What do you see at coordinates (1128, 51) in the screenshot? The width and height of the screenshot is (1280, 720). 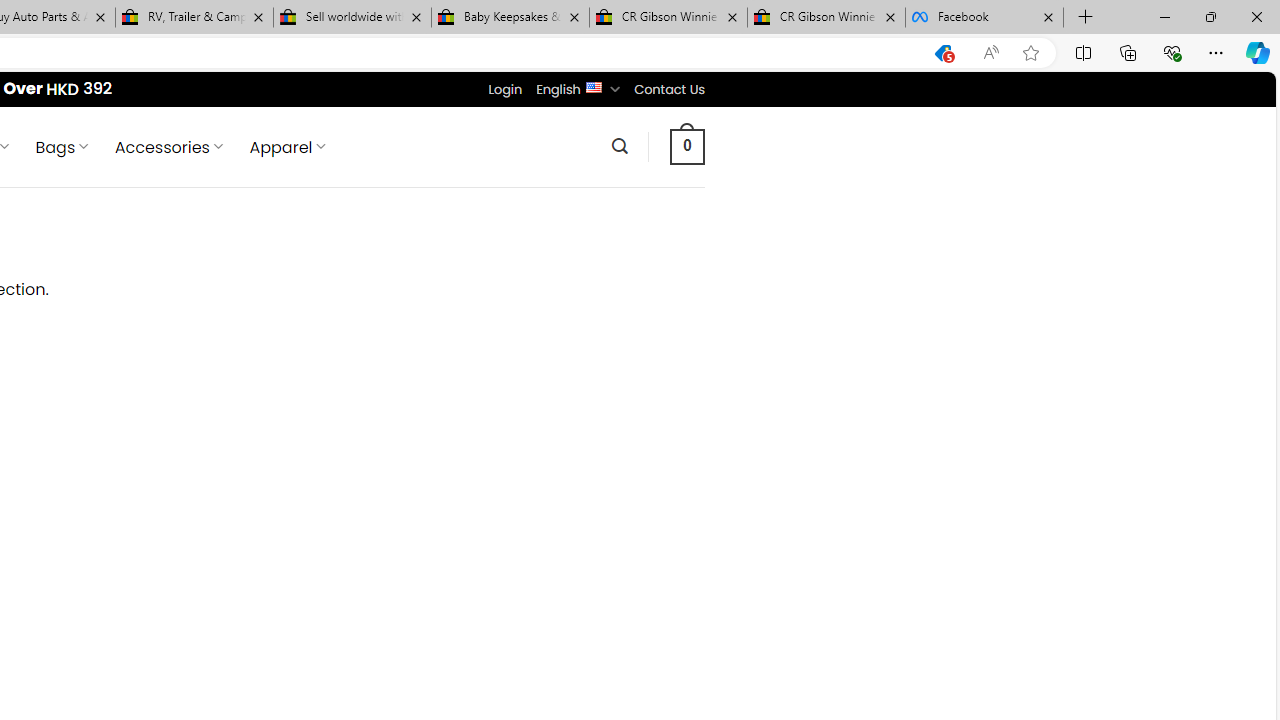 I see `'Collections'` at bounding box center [1128, 51].